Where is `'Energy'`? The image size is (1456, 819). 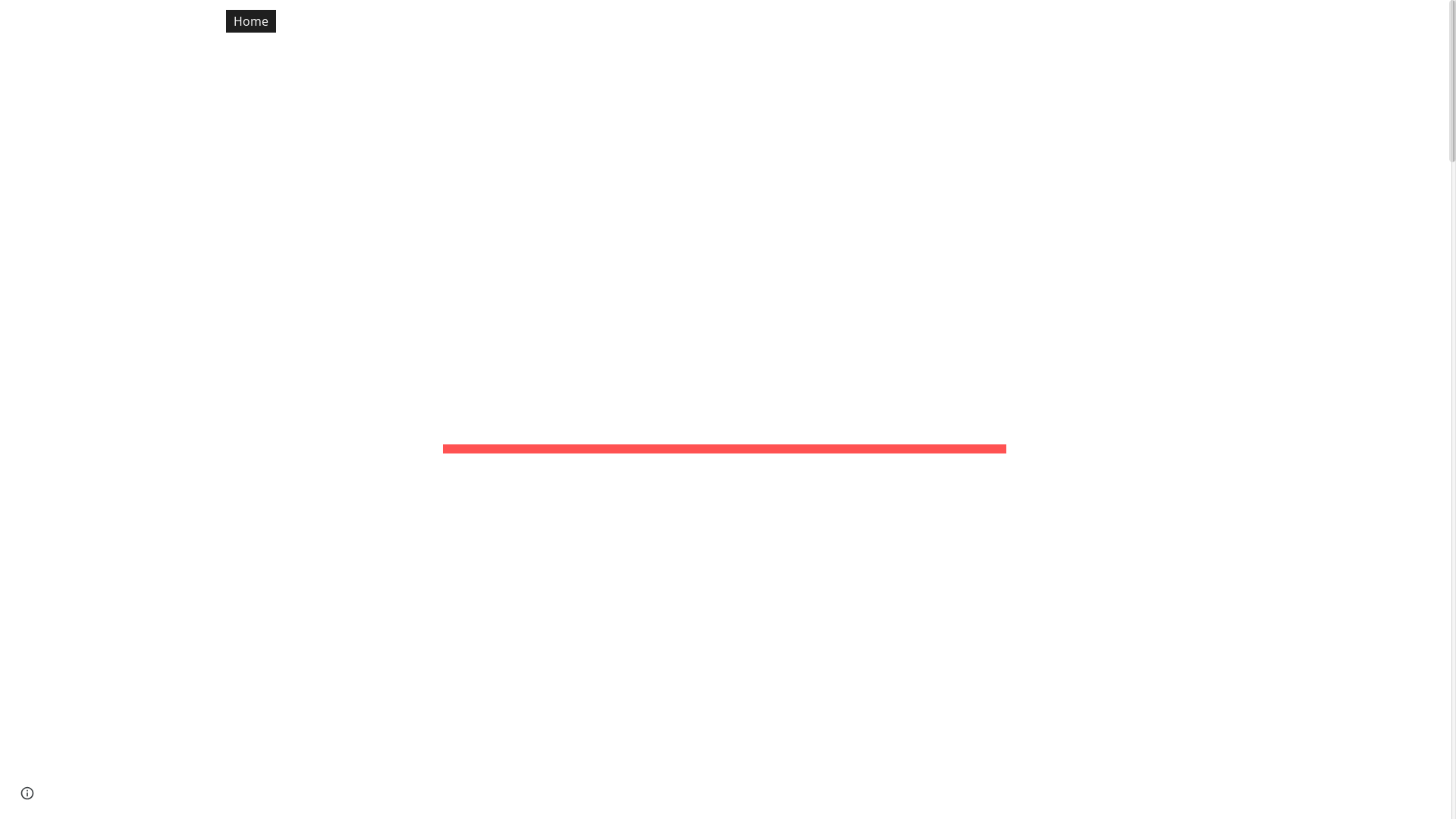
'Energy' is located at coordinates (516, 20).